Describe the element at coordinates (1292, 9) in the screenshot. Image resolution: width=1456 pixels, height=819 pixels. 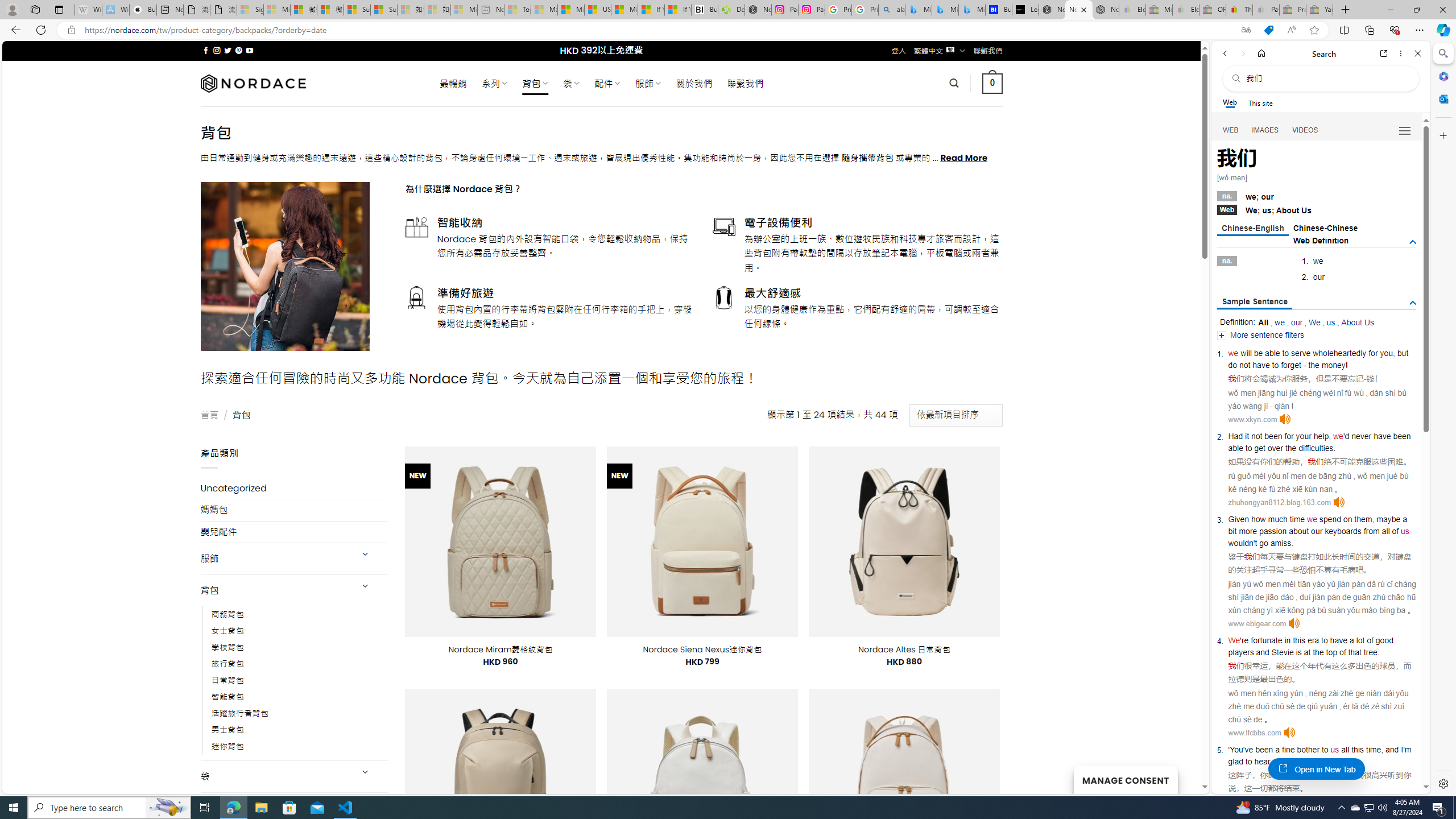
I see `'Press Room - eBay Inc. - Sleeping'` at that location.